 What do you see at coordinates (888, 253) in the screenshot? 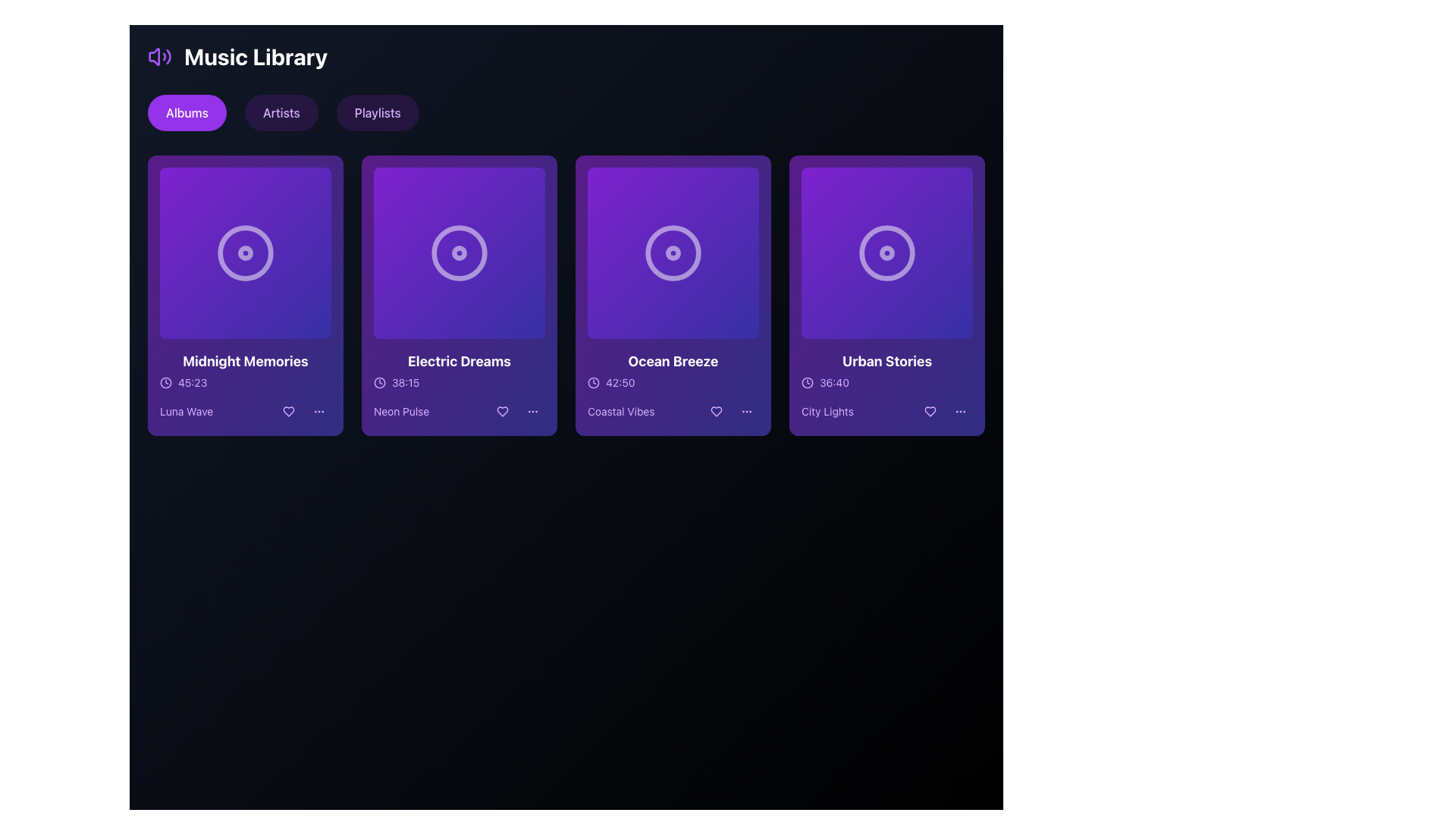
I see `the play icon, which is a white triangular shape within a purple circular background, centrally positioned in the media card titled 'Urban Stories' located in the fourth position of a row of cards` at bounding box center [888, 253].